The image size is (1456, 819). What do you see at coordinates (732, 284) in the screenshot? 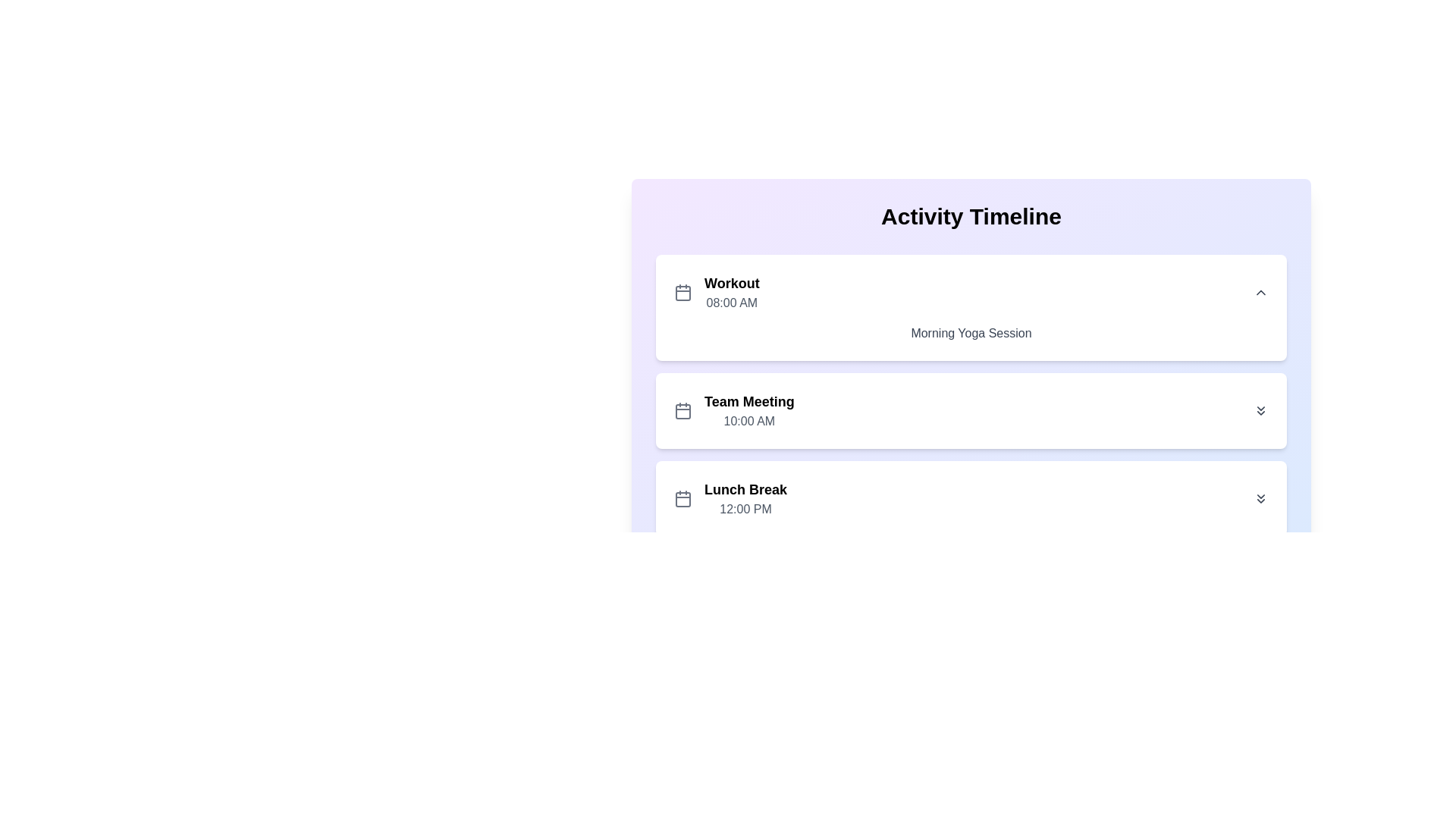
I see `the bolded text label saying 'Workout' located in the top-left corner of the first activity item labeled with '08:00 AM' in the 'Activity Timeline' section` at bounding box center [732, 284].